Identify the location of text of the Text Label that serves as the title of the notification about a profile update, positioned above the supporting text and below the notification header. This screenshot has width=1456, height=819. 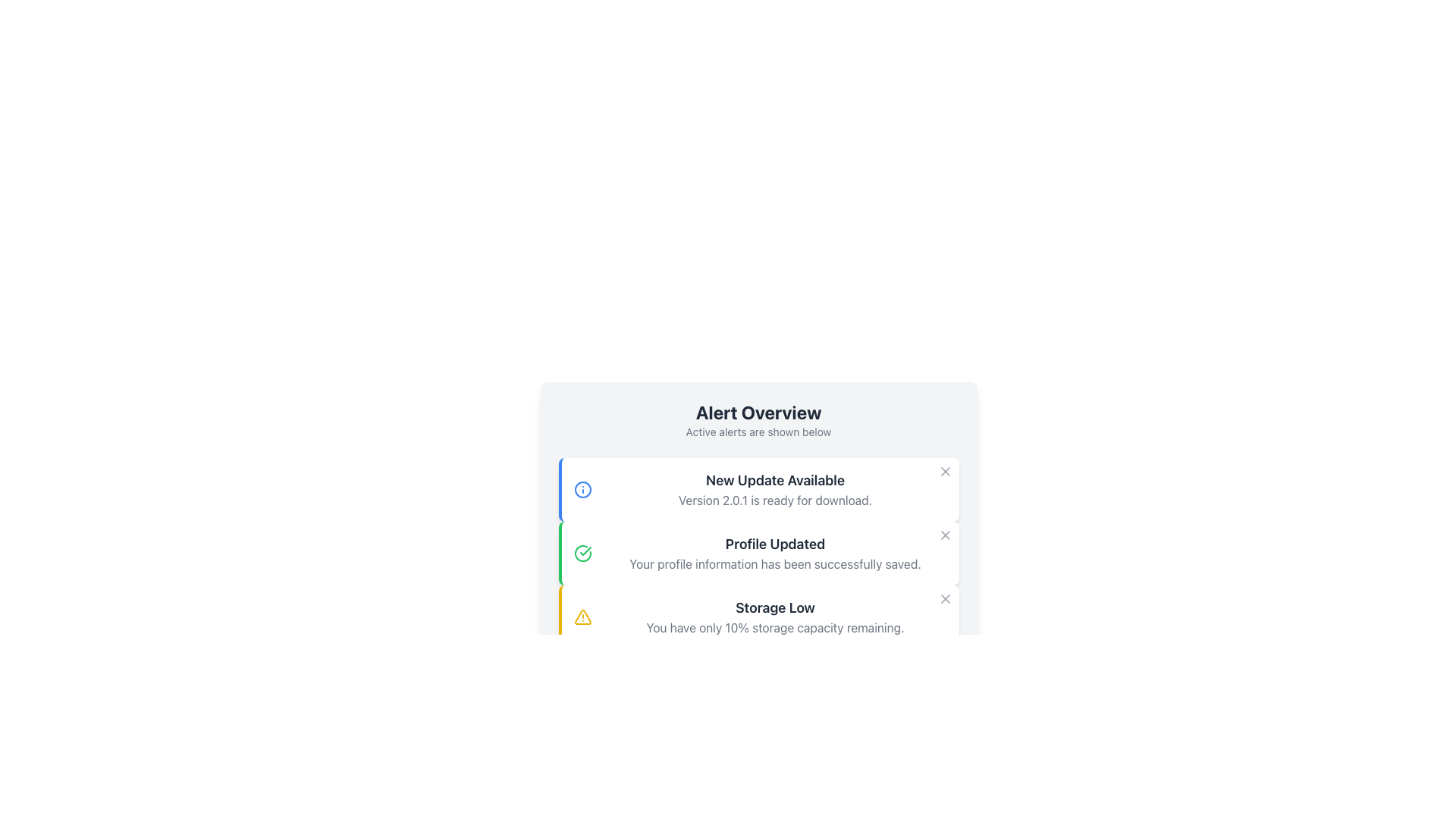
(775, 543).